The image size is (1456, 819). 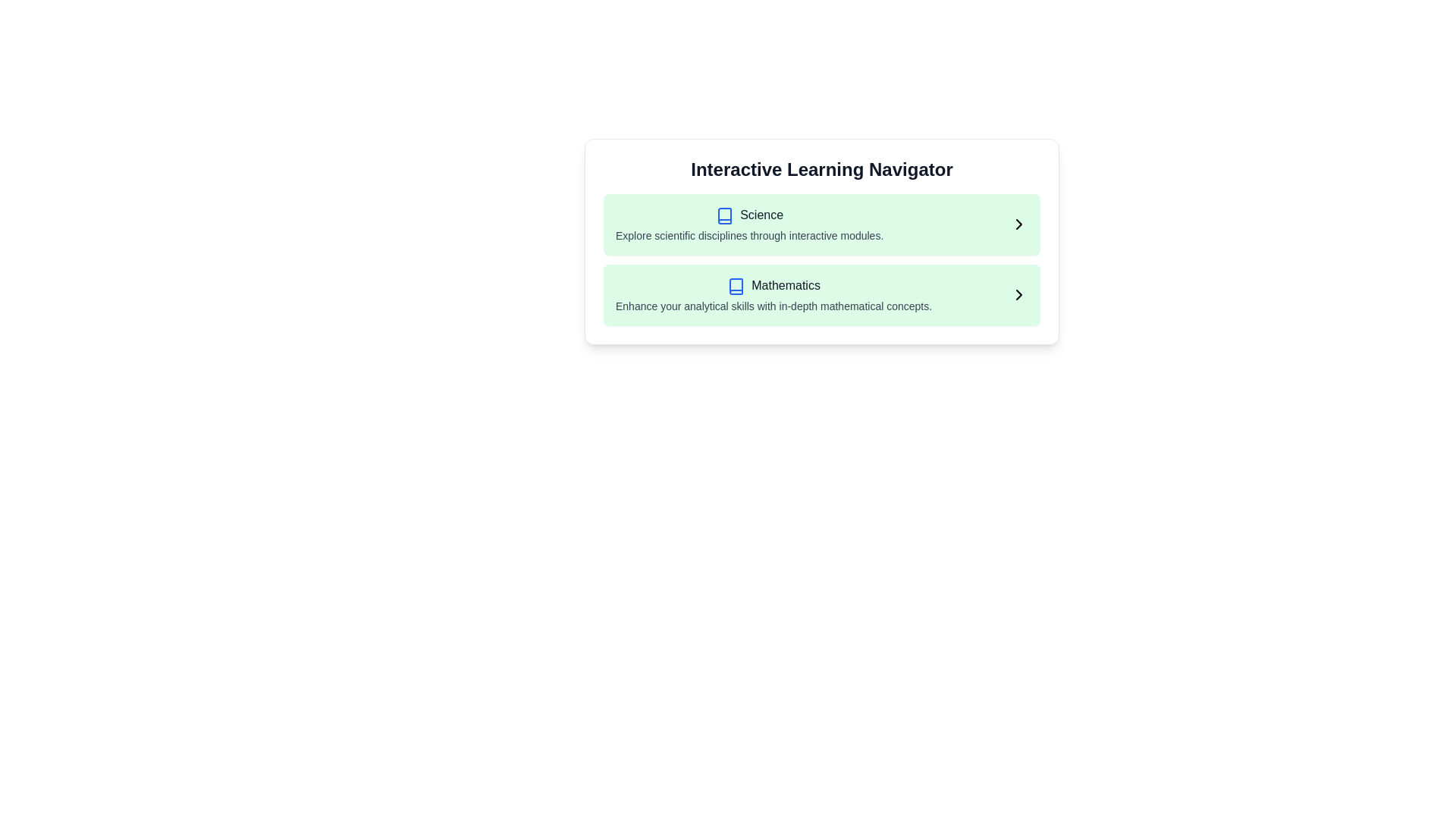 I want to click on the 'Science' list item element, which features a blue book icon on the left and a right-pointing arrow icon on the right, so click(x=821, y=224).